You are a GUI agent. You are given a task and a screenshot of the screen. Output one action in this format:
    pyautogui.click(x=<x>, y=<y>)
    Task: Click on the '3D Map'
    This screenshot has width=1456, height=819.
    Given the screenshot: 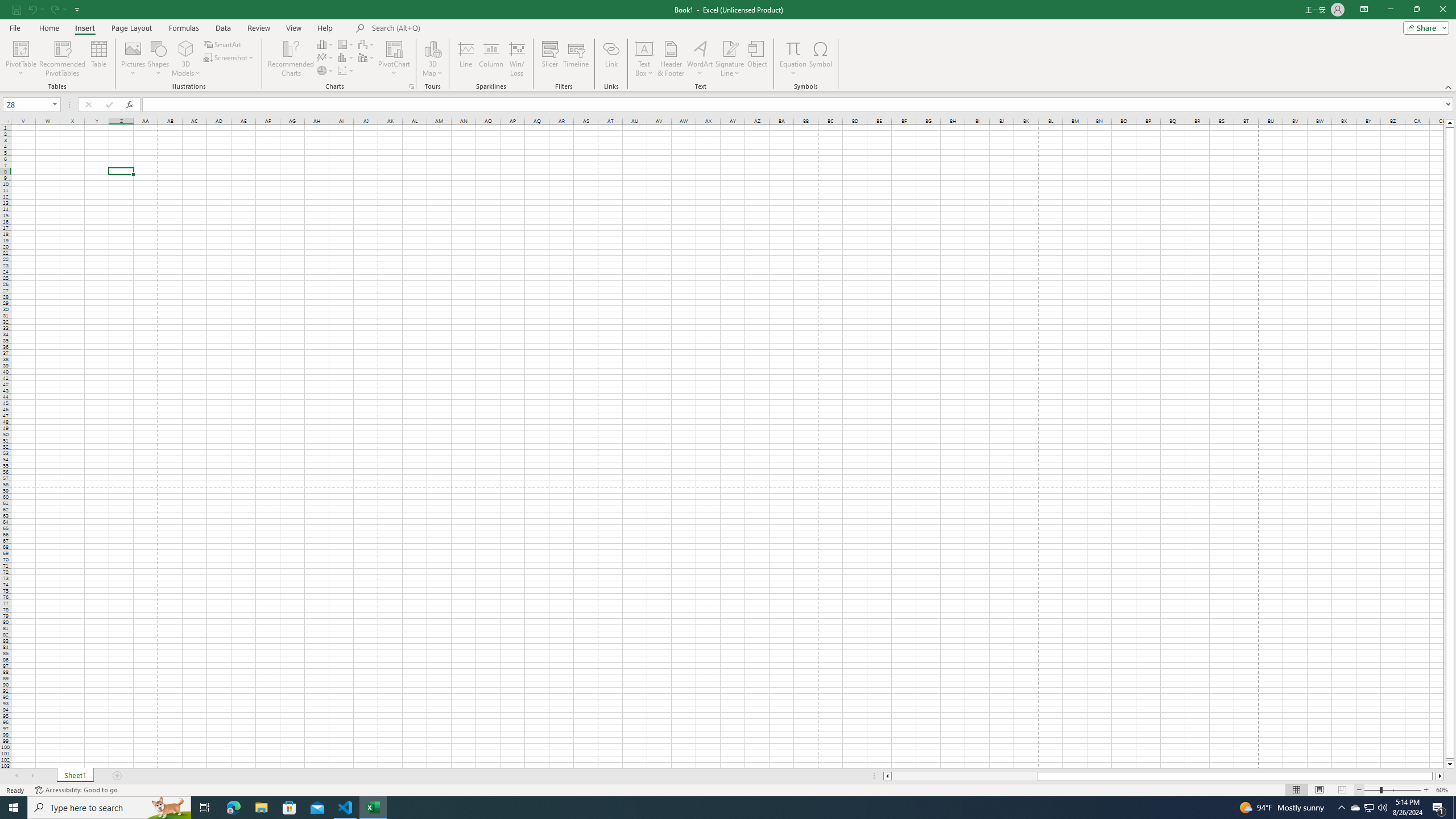 What is the action you would take?
    pyautogui.click(x=432, y=48)
    